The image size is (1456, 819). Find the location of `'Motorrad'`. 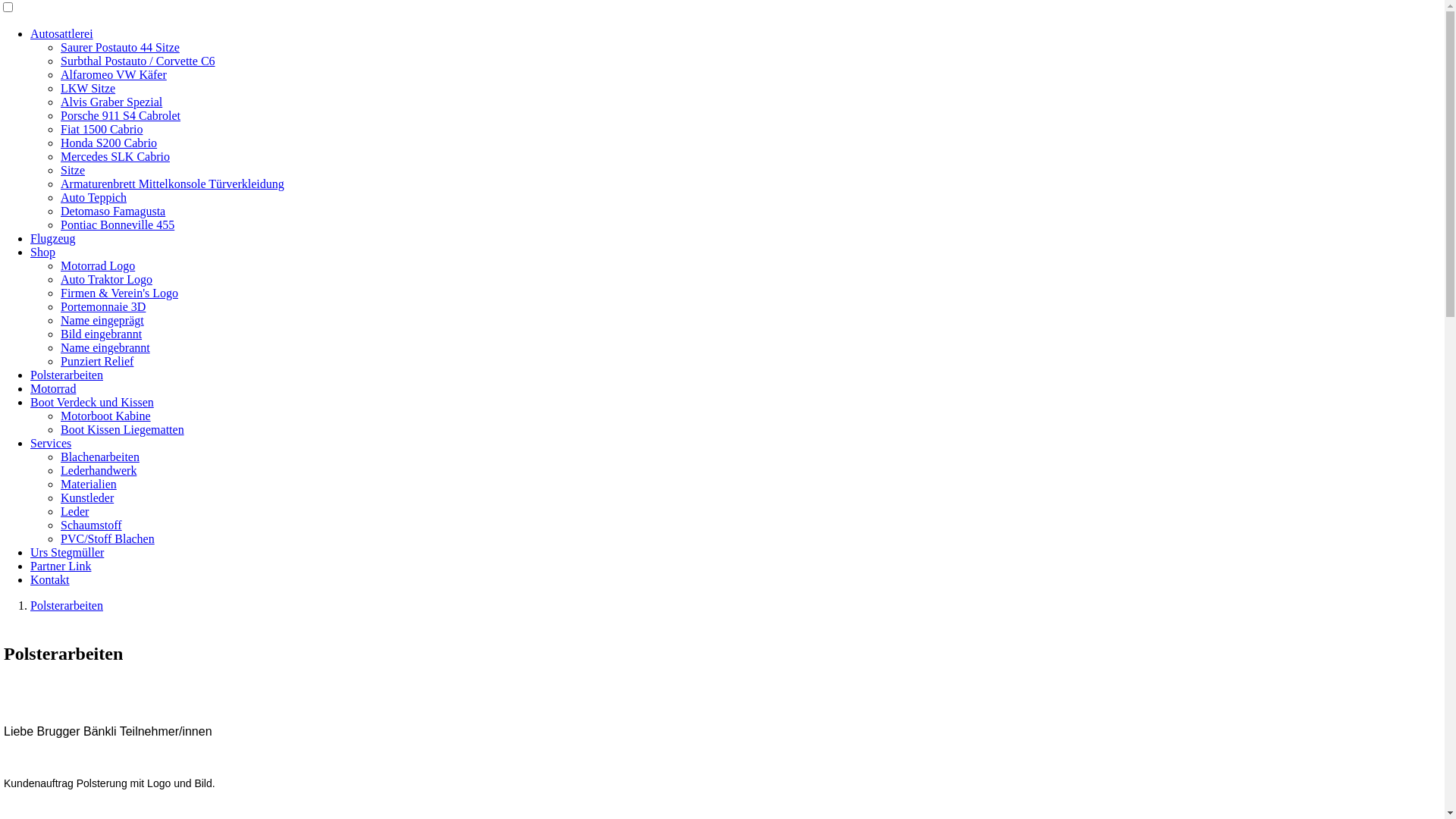

'Motorrad' is located at coordinates (53, 388).